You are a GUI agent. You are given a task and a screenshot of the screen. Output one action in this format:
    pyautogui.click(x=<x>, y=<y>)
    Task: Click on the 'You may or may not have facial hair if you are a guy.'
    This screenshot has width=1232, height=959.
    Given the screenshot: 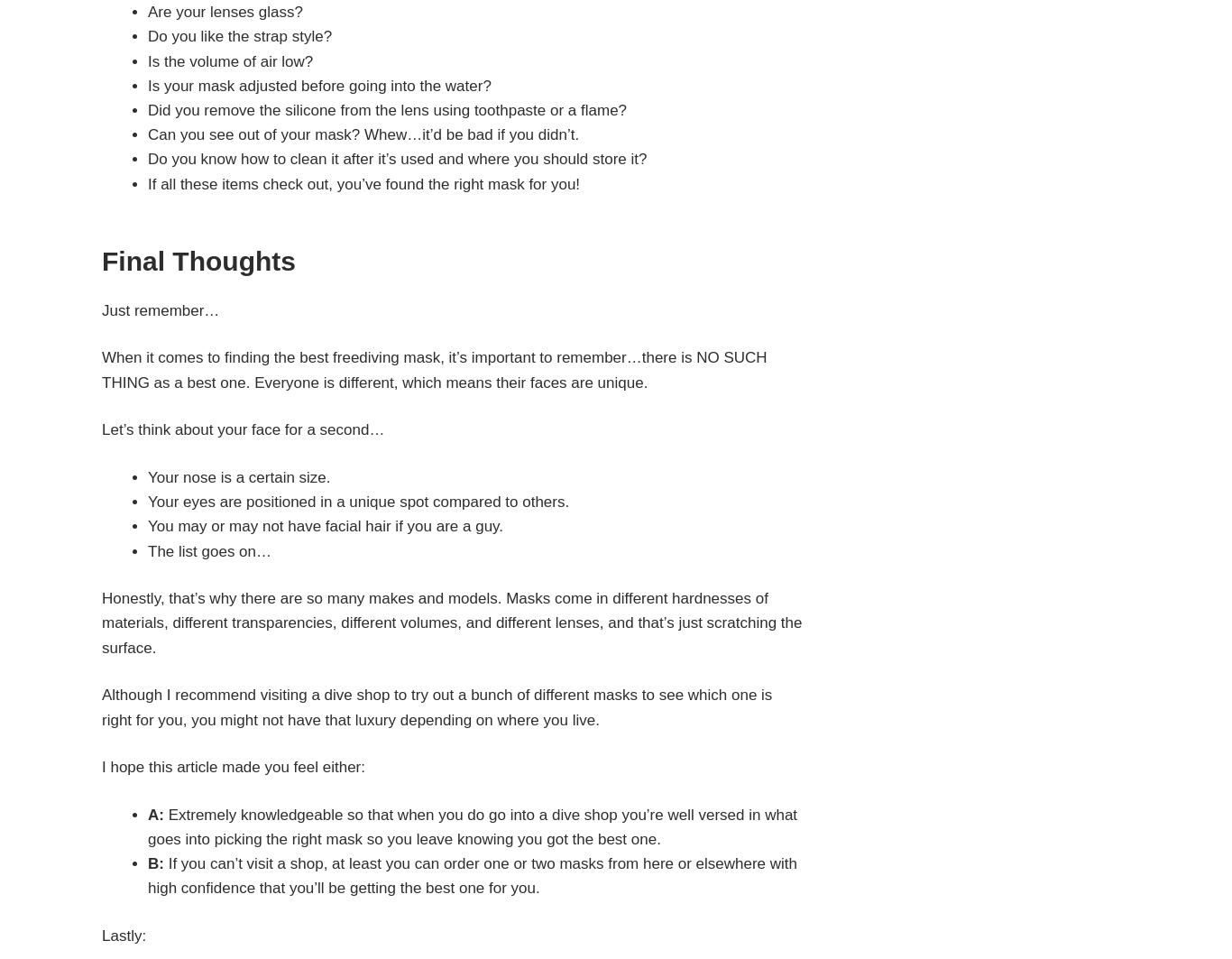 What is the action you would take?
    pyautogui.click(x=325, y=525)
    